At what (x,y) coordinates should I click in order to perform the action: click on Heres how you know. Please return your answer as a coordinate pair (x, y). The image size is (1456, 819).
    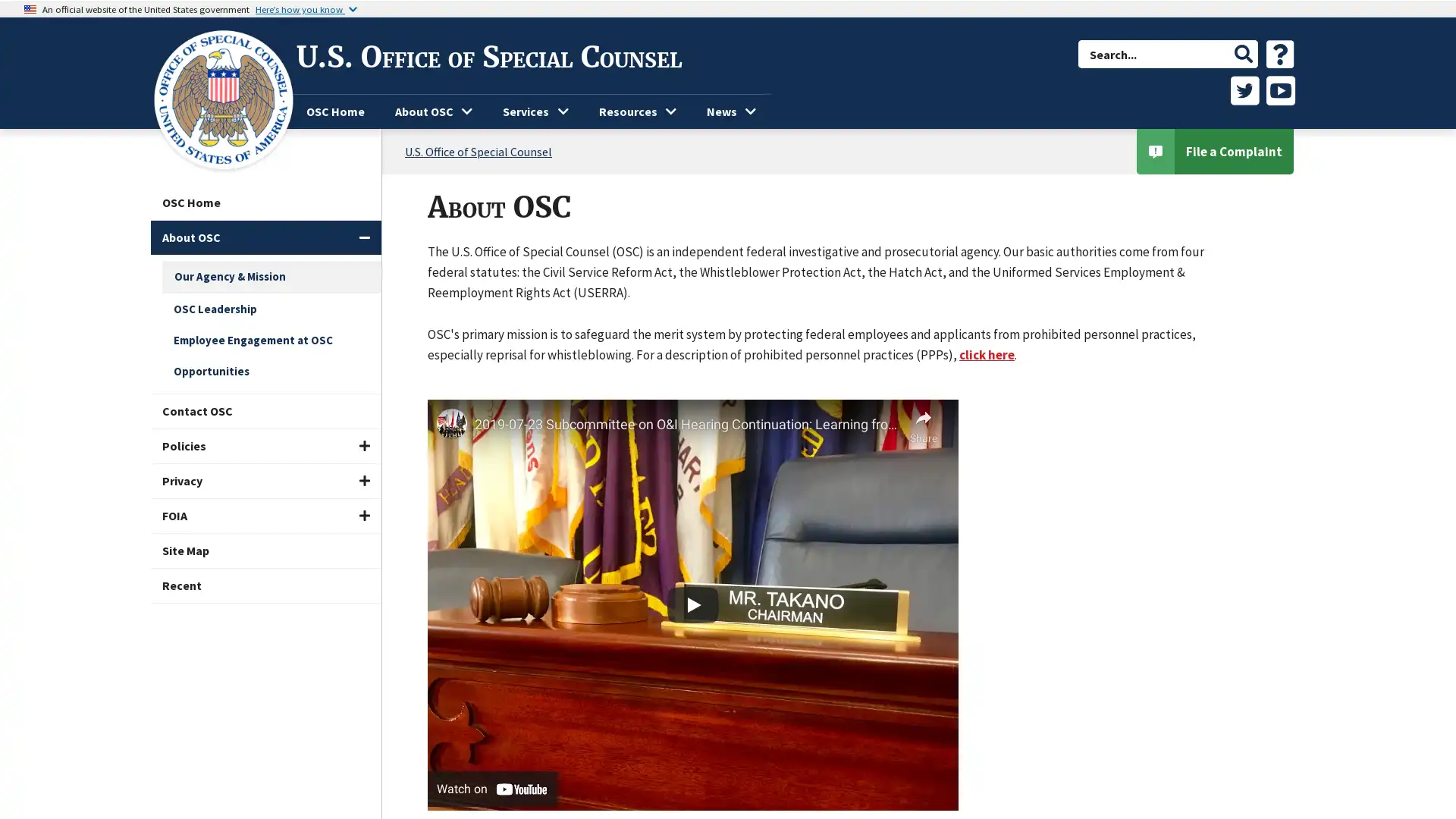
    Looking at the image, I should click on (305, 8).